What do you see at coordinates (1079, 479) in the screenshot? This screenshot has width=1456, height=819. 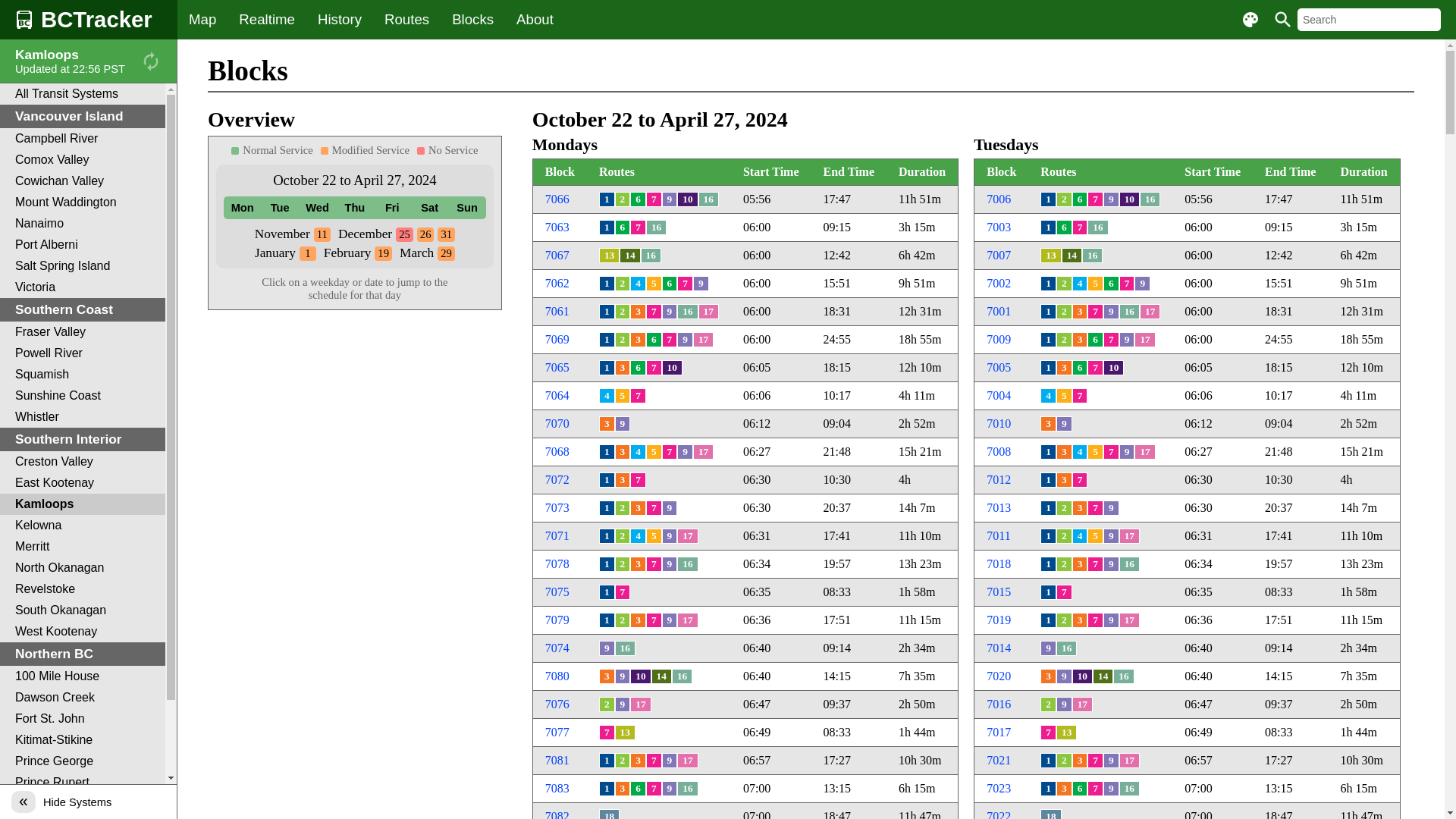 I see `'7'` at bounding box center [1079, 479].